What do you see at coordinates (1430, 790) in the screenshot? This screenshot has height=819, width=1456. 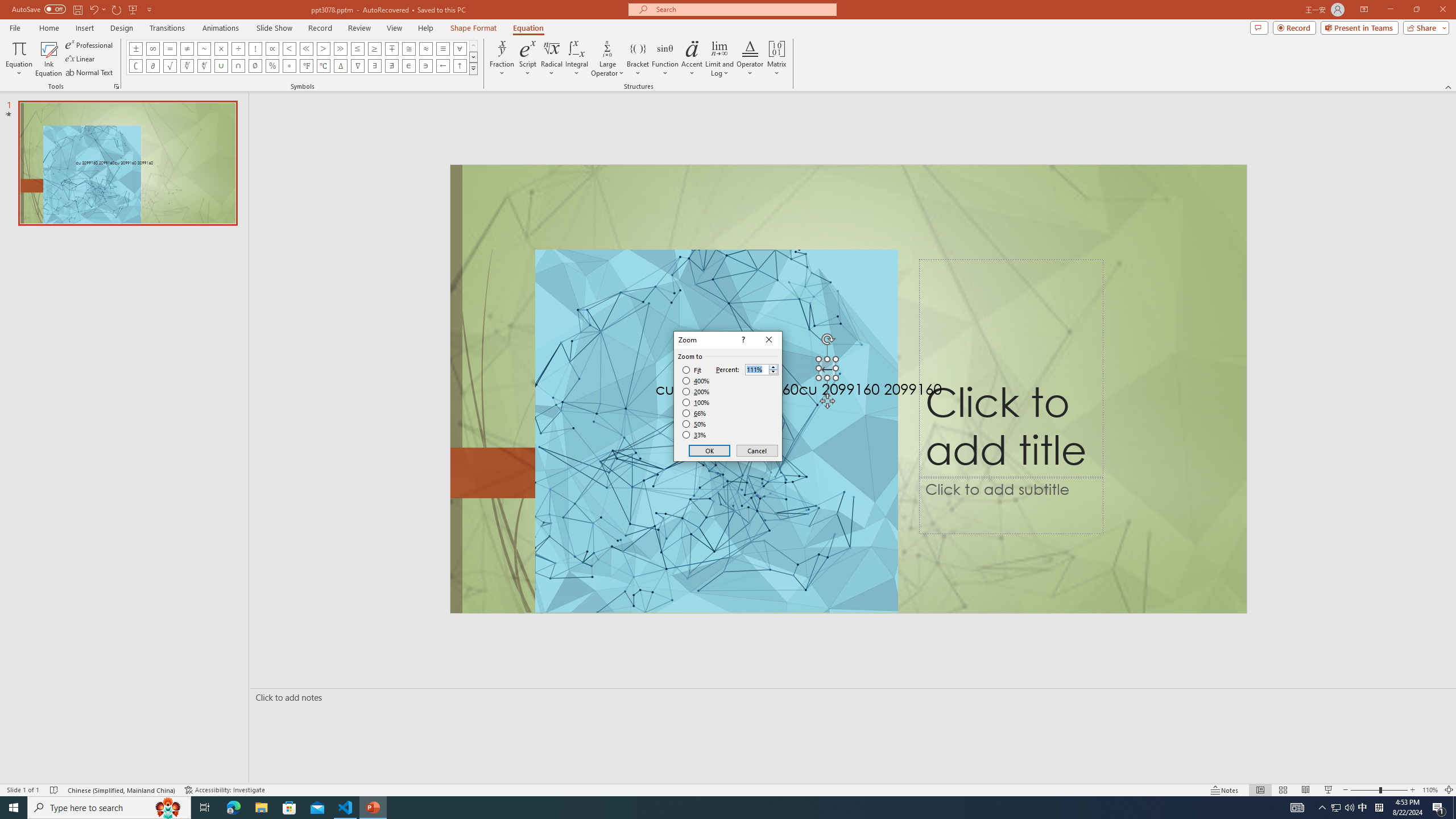 I see `'Zoom 110%'` at bounding box center [1430, 790].